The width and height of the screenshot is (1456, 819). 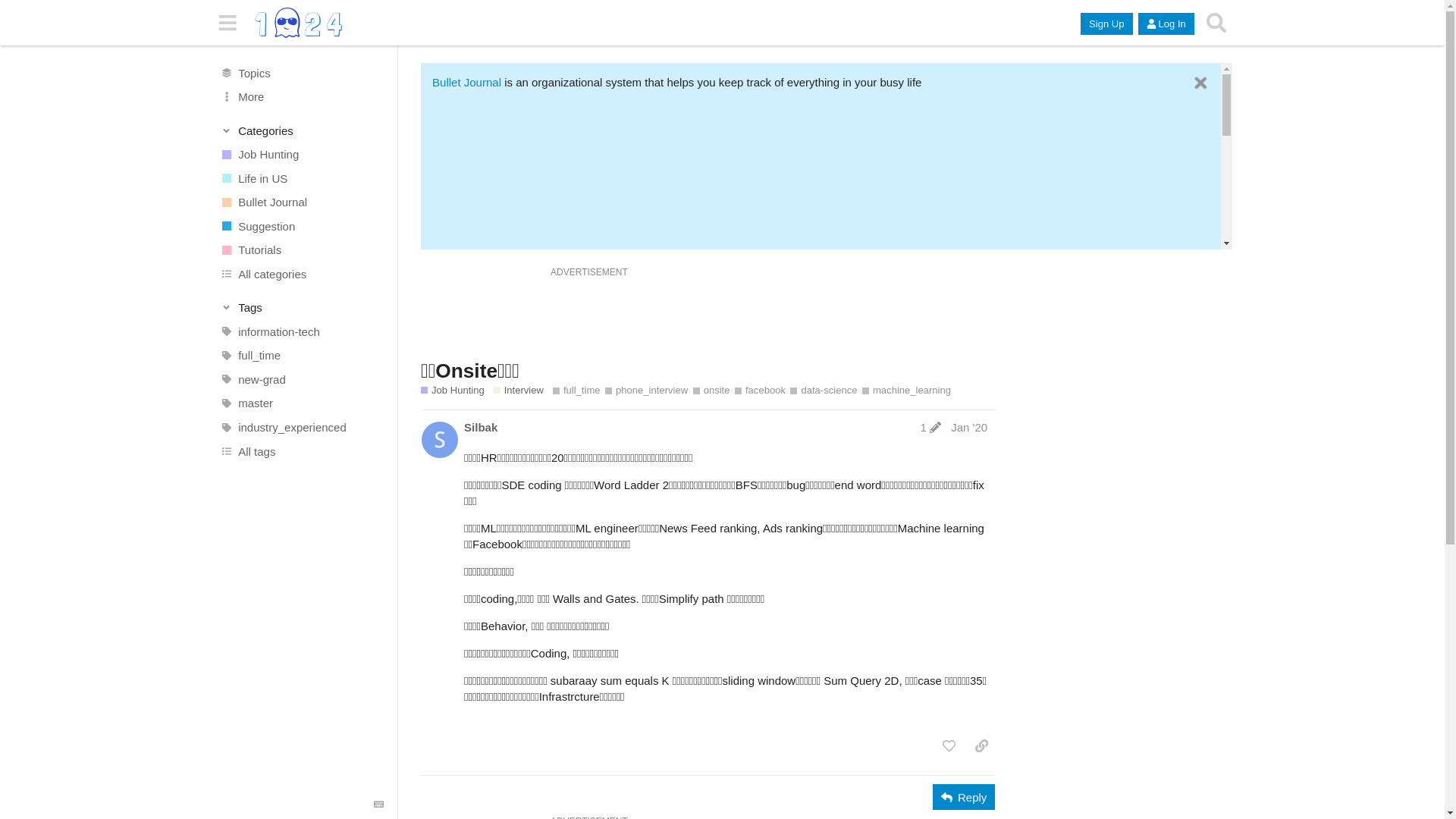 What do you see at coordinates (378, 804) in the screenshot?
I see `'Keyboard Shortcuts'` at bounding box center [378, 804].